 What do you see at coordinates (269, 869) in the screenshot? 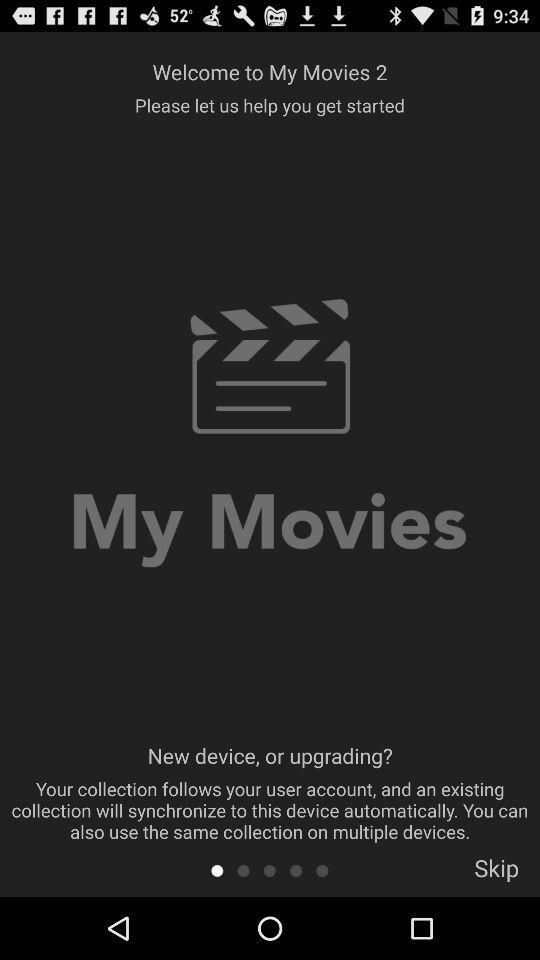
I see `move ahead` at bounding box center [269, 869].